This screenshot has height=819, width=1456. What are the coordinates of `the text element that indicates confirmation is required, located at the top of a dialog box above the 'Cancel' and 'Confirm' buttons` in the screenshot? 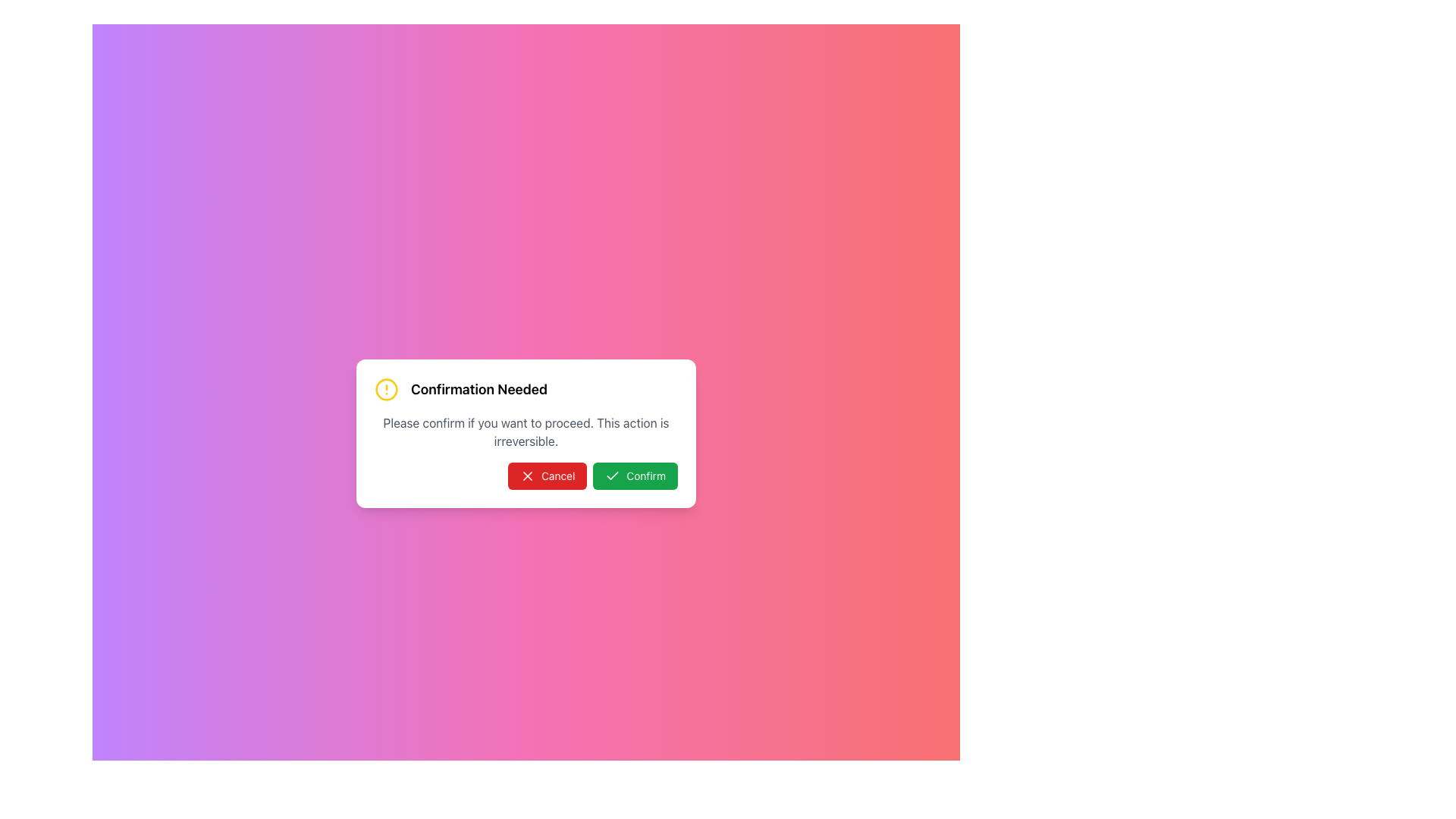 It's located at (526, 388).